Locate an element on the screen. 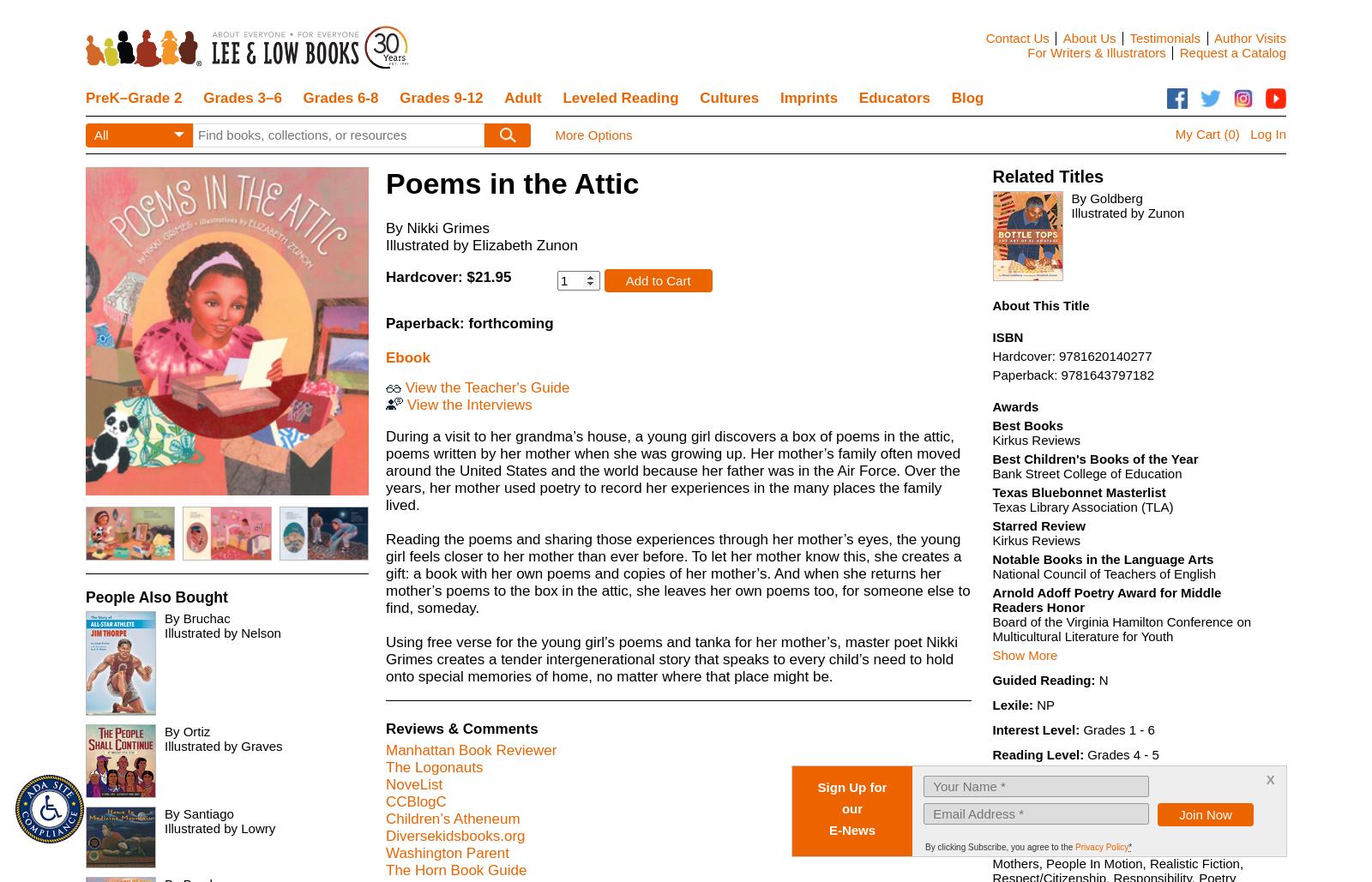 The height and width of the screenshot is (882, 1372). 'Adult' is located at coordinates (522, 97).